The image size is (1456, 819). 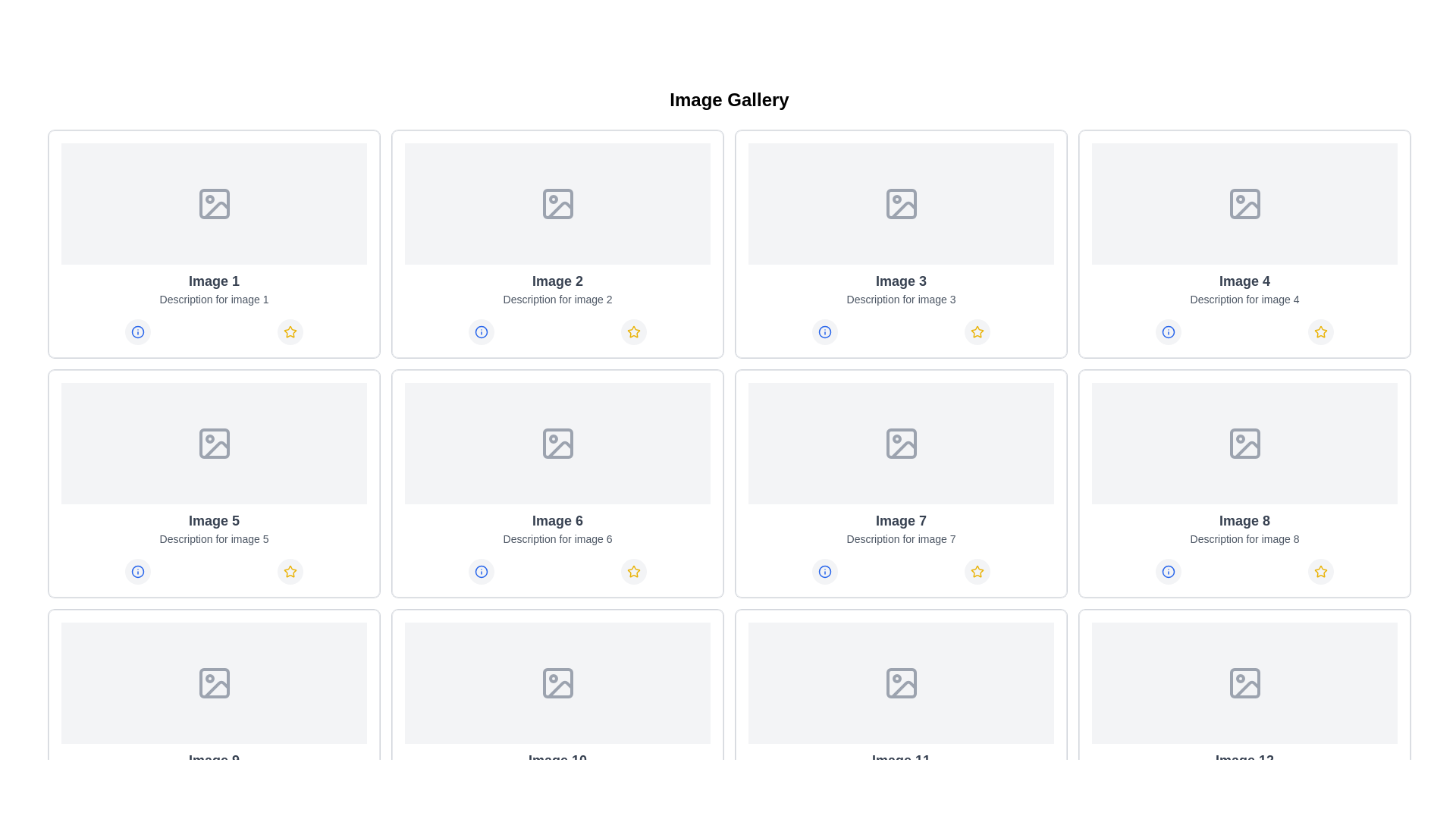 What do you see at coordinates (1320, 570) in the screenshot?
I see `the yellow star icon button located in the bottom right corner of the card for 'Image 8' to mark the item as a favorite` at bounding box center [1320, 570].